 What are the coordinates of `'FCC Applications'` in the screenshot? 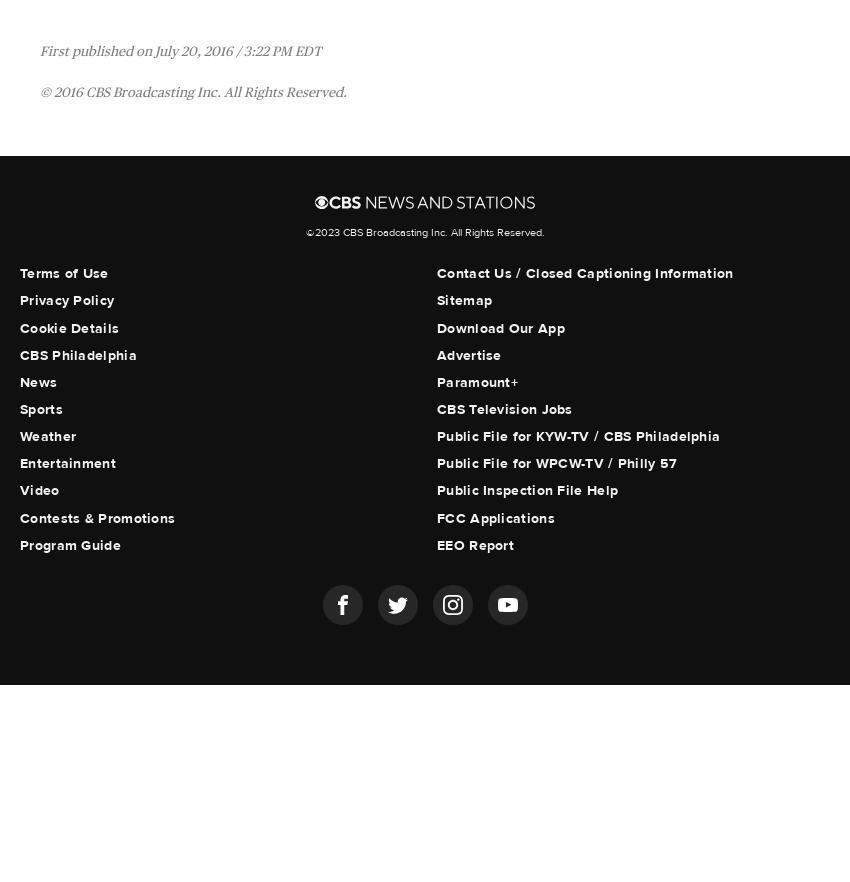 It's located at (495, 517).